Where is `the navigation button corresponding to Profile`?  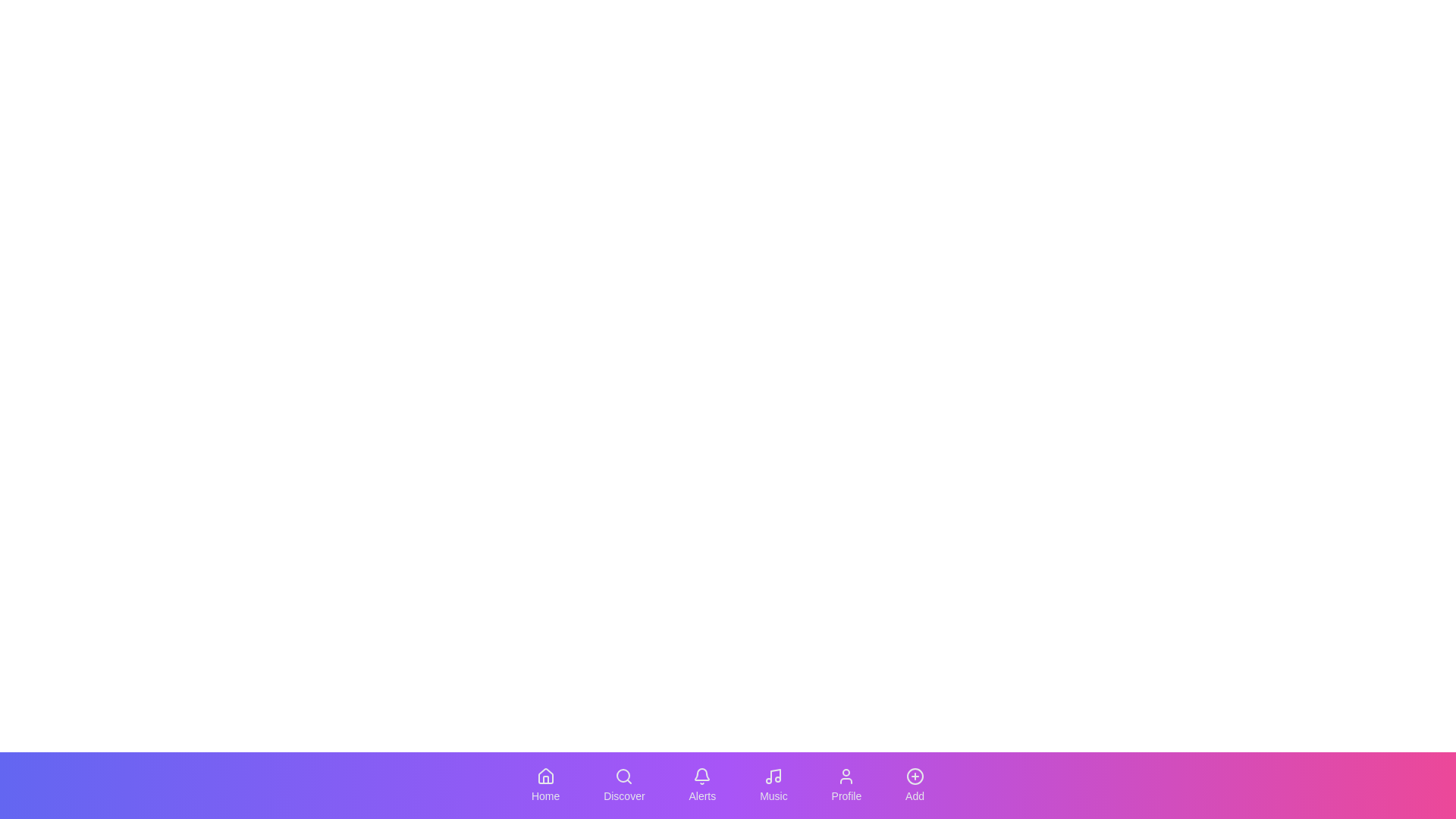 the navigation button corresponding to Profile is located at coordinates (846, 785).